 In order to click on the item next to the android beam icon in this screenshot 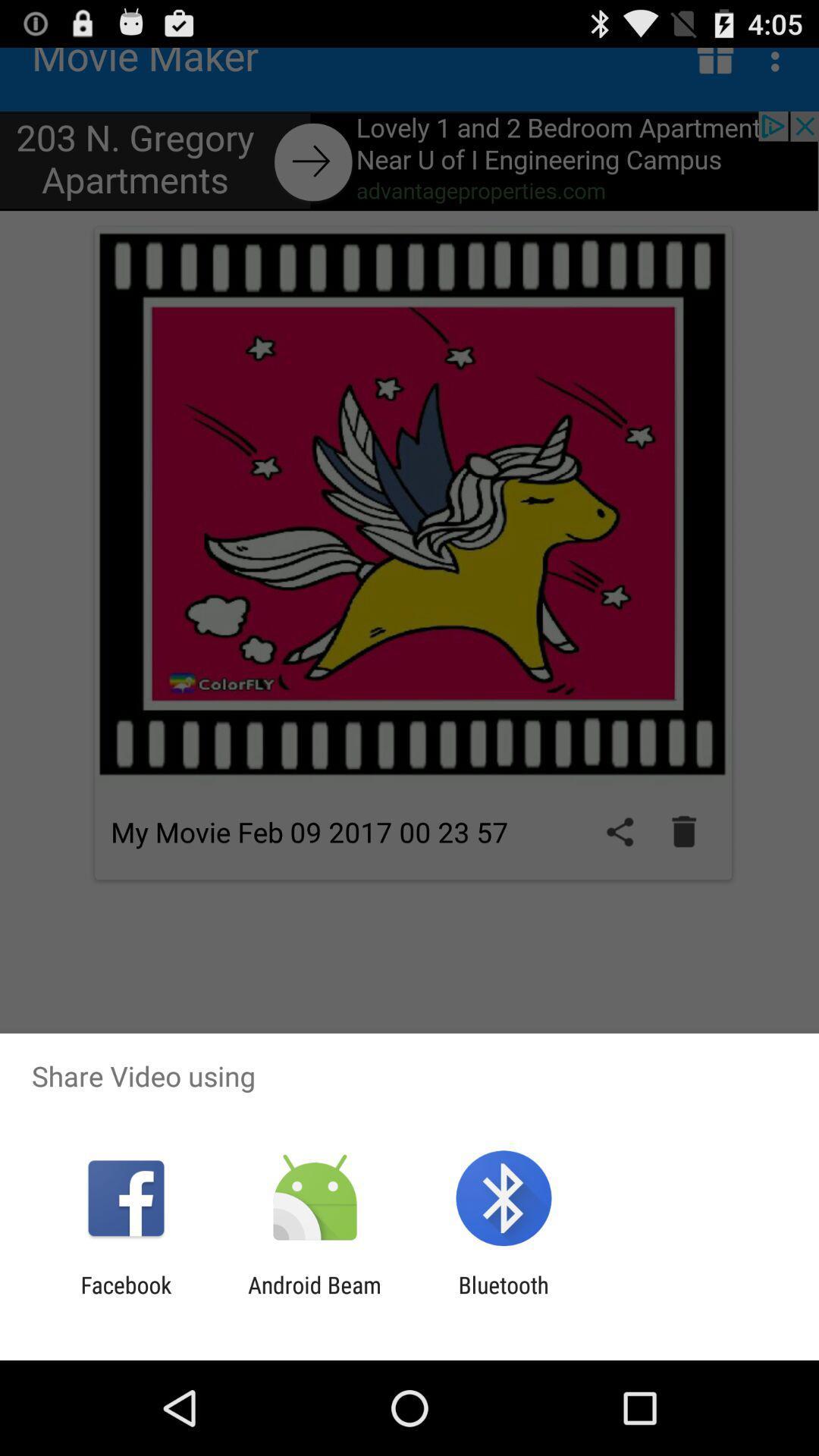, I will do `click(125, 1298)`.